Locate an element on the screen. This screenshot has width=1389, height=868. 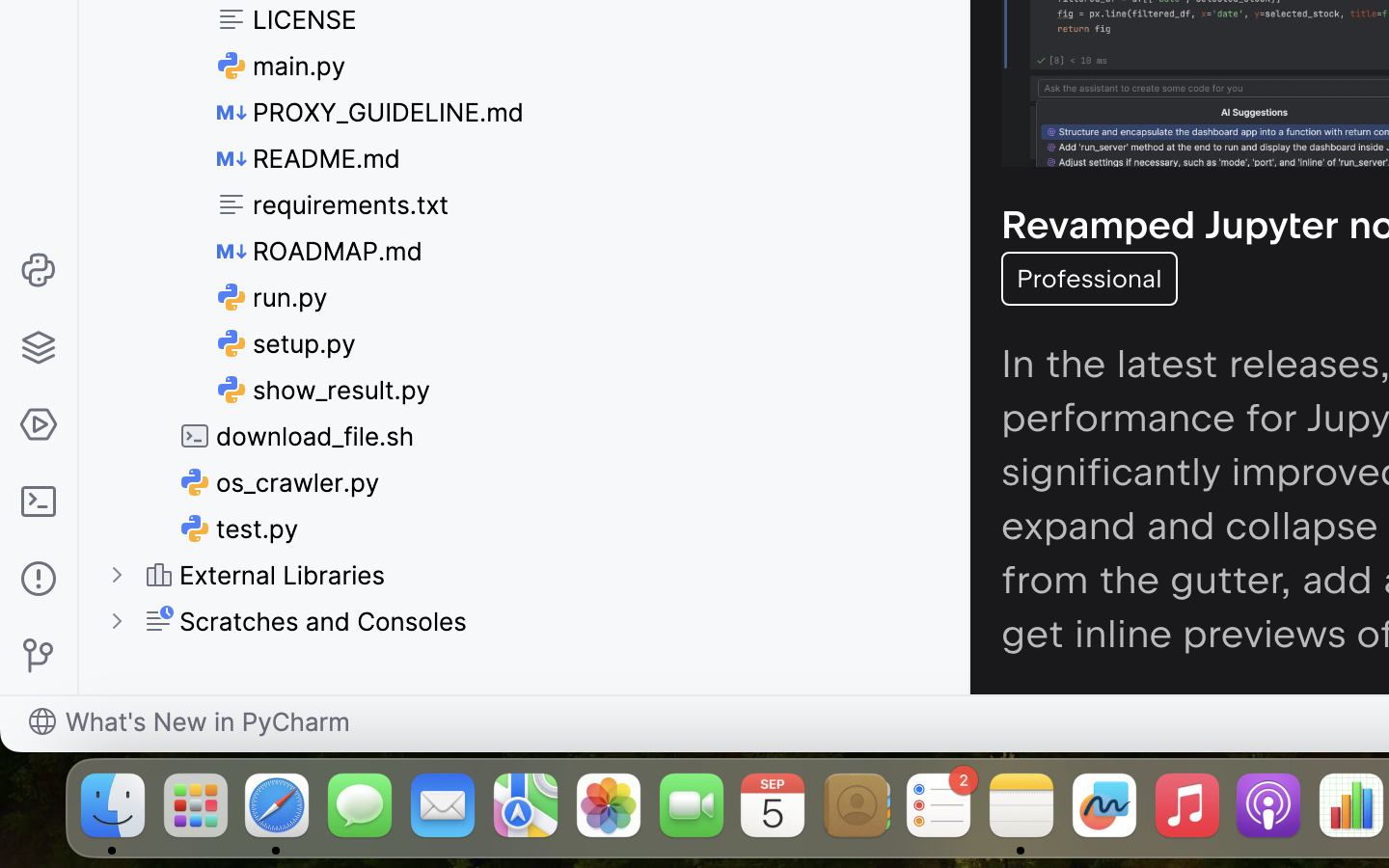
'run.py' is located at coordinates (271, 295).